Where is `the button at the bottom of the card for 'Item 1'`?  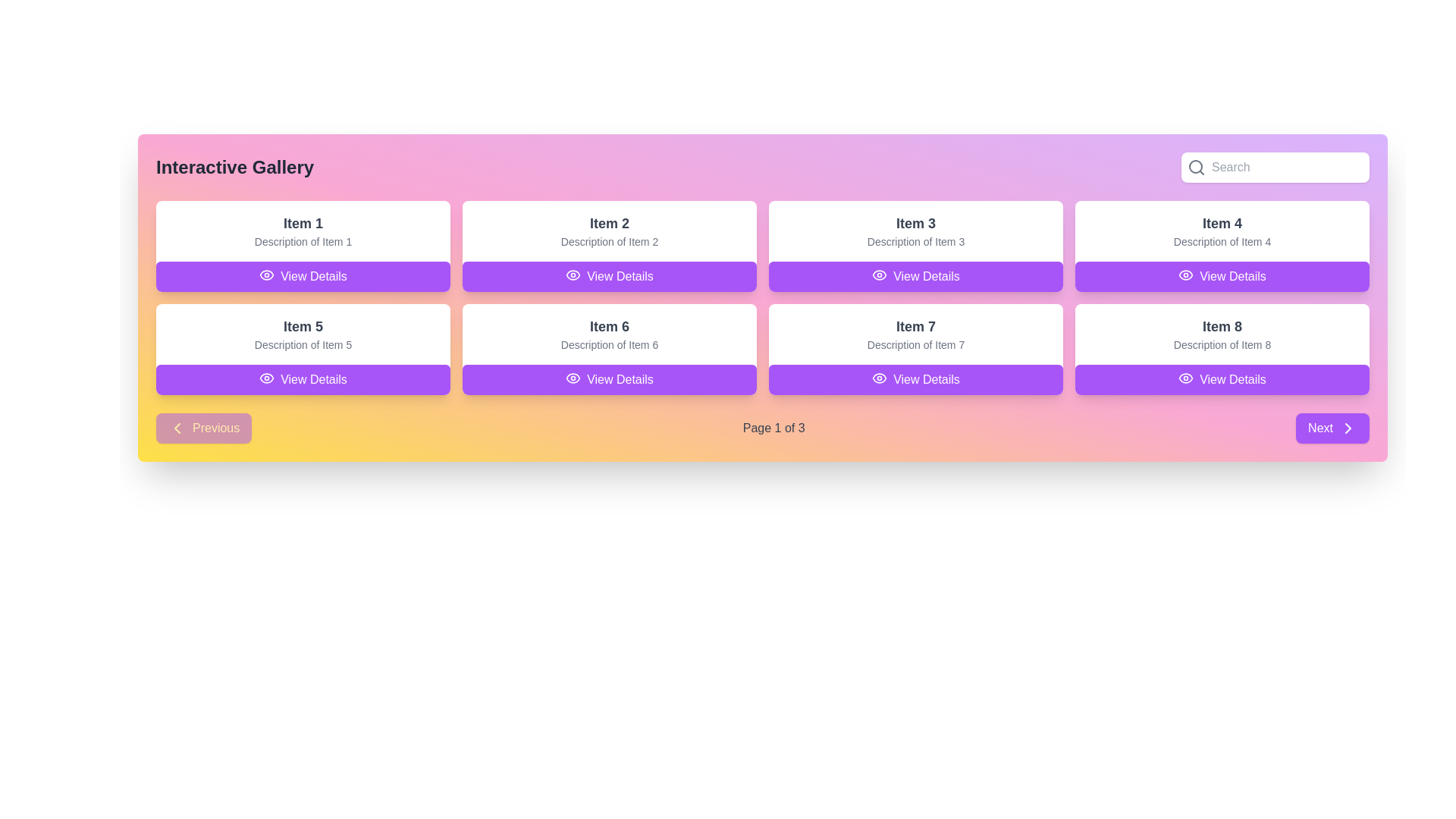
the button at the bottom of the card for 'Item 1' is located at coordinates (303, 277).